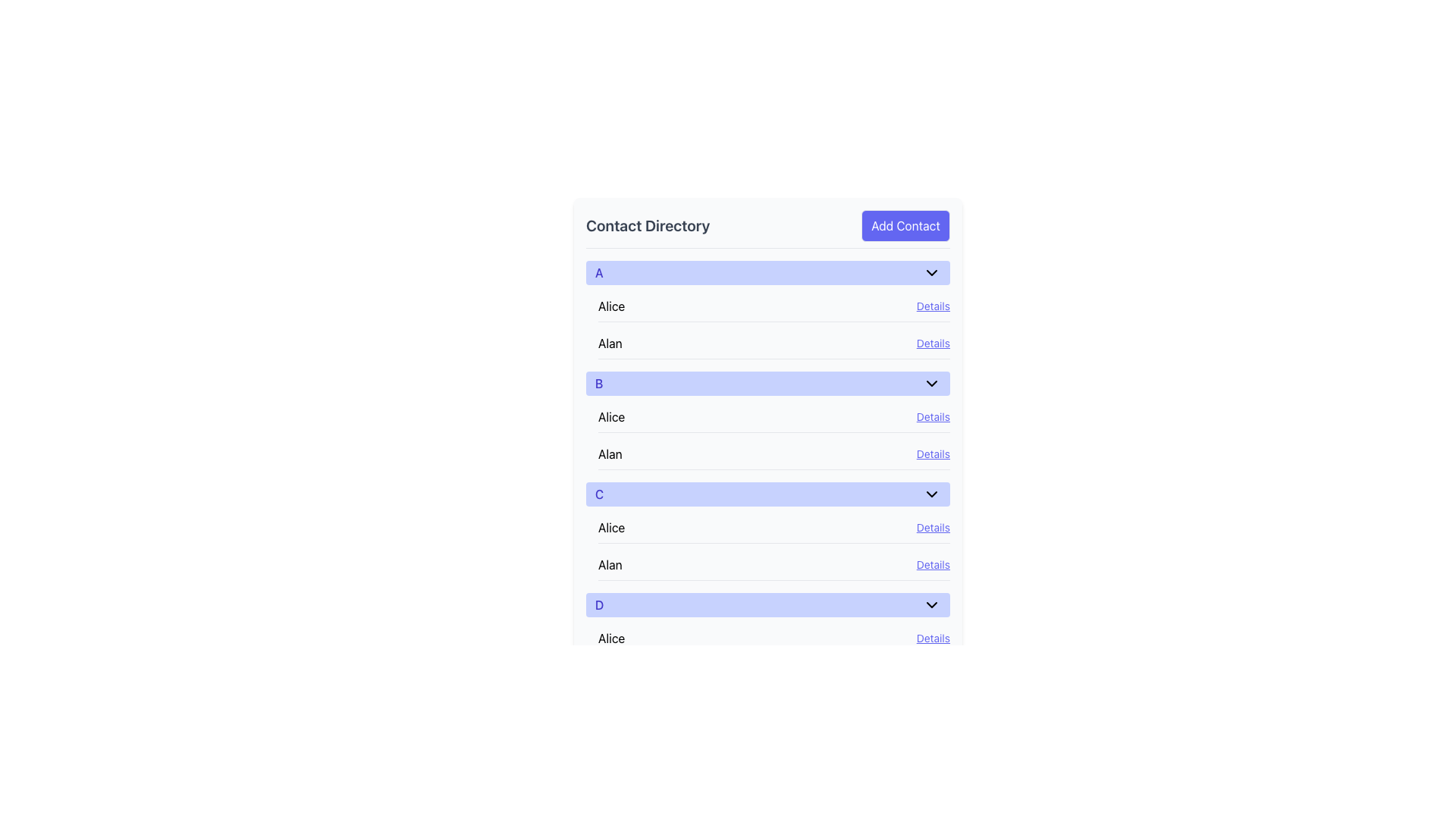  What do you see at coordinates (598, 271) in the screenshot?
I see `the text label displaying the character 'A' in indigo color, located within the header row of the 'Contact Directory' interface, to interact with the section header` at bounding box center [598, 271].